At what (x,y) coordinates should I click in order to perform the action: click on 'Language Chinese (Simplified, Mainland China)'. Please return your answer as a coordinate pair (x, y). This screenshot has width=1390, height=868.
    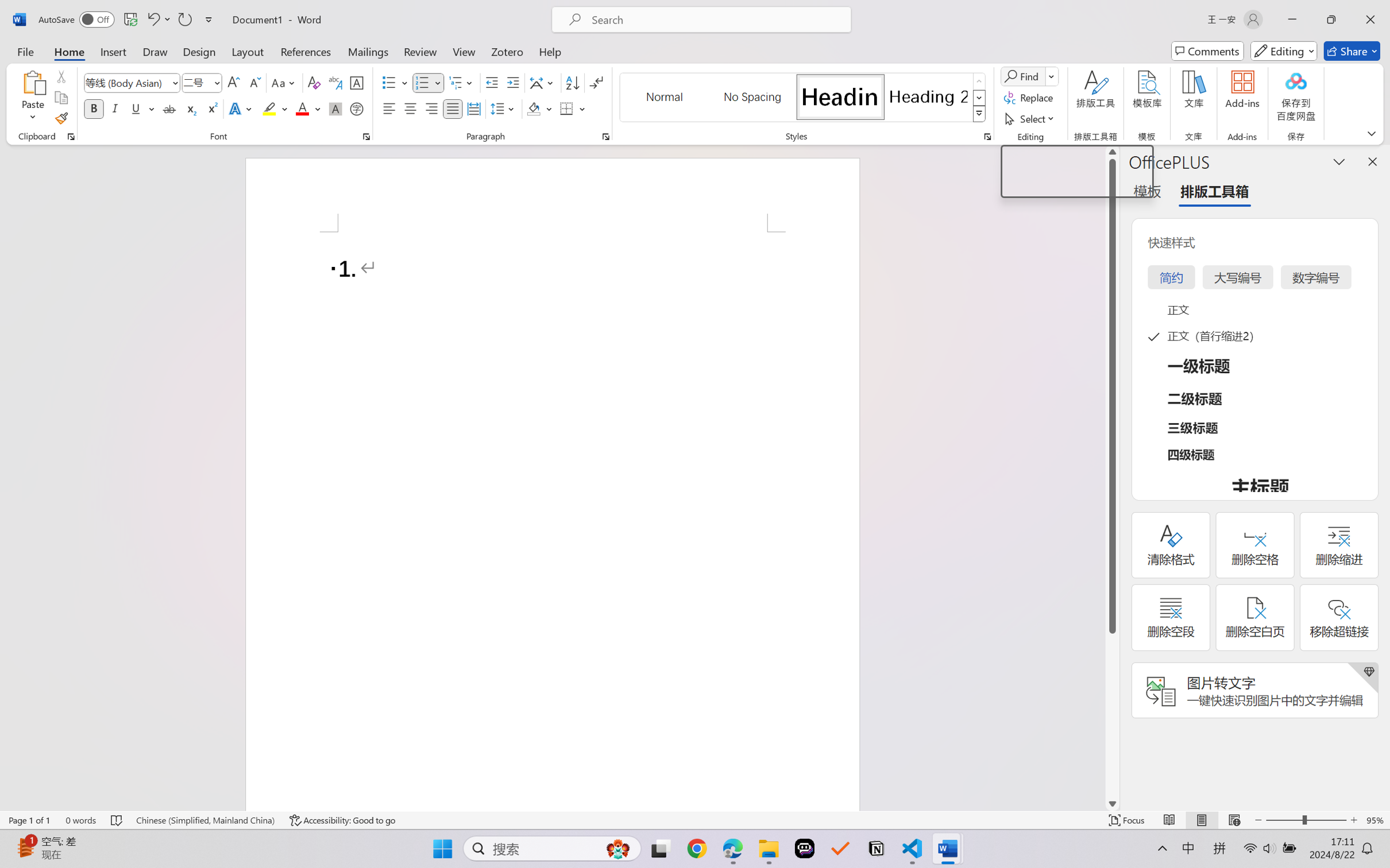
    Looking at the image, I should click on (204, 820).